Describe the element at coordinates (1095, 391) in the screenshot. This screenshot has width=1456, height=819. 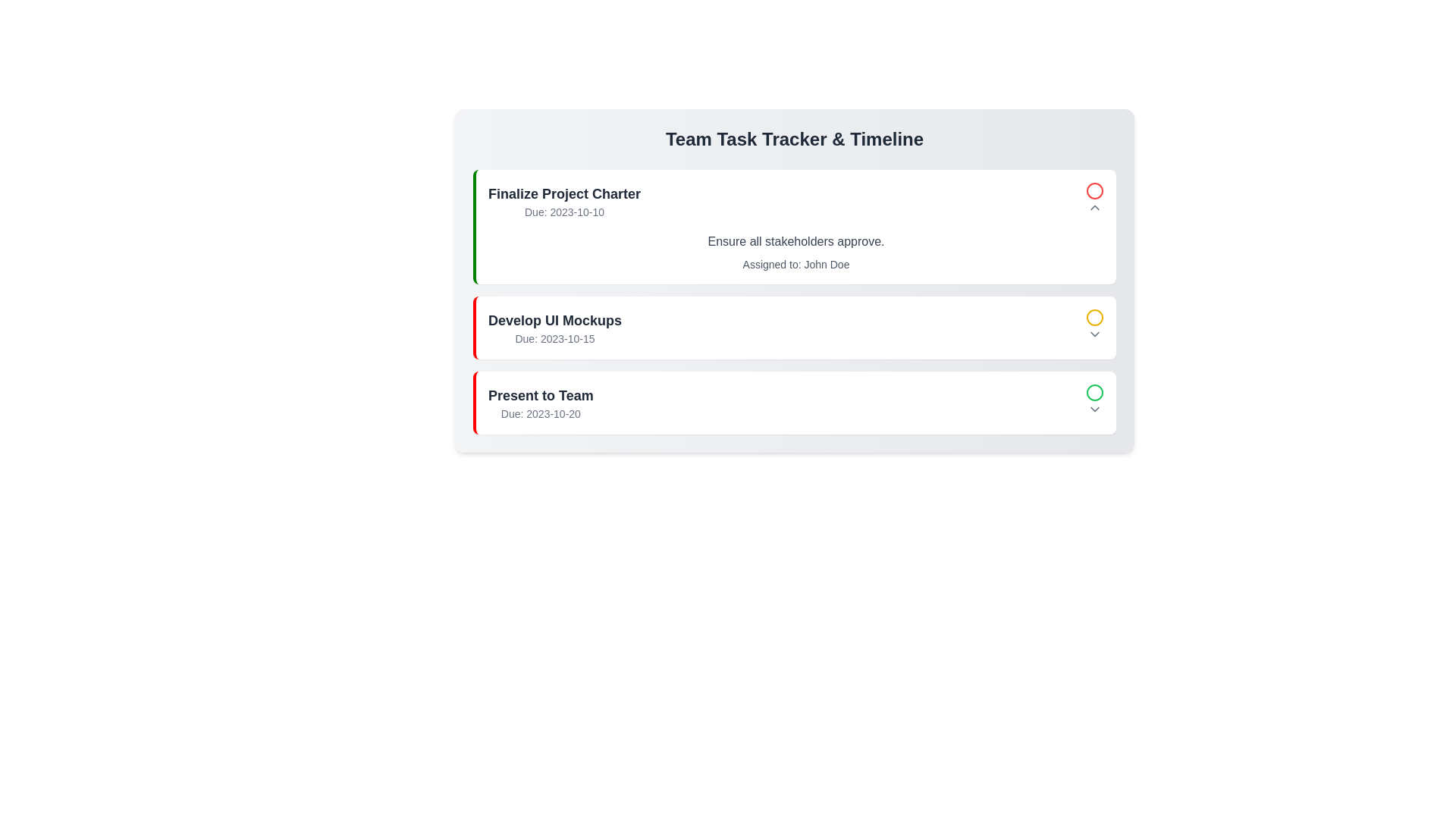
I see `the Circular SVG shape that serves as a status or progress indicator in the upper-right corner of the third task card` at that location.